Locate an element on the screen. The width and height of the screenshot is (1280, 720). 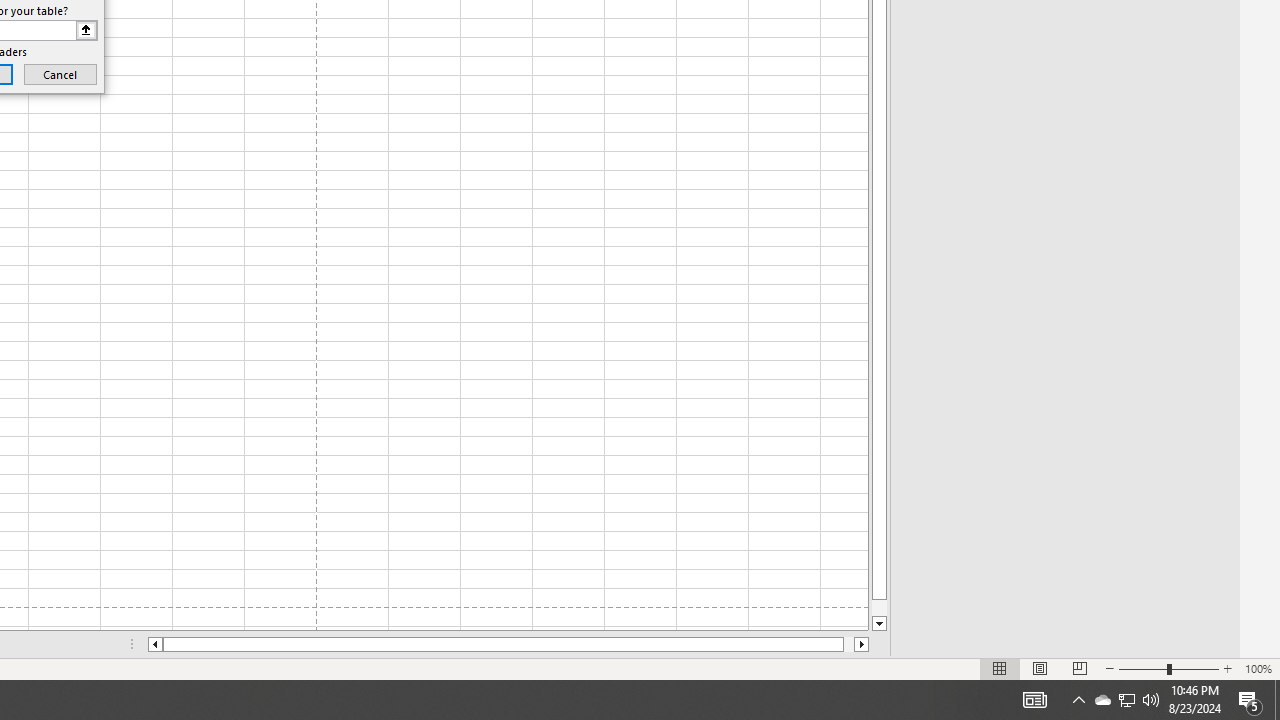
'Zoom Out' is located at coordinates (1143, 669).